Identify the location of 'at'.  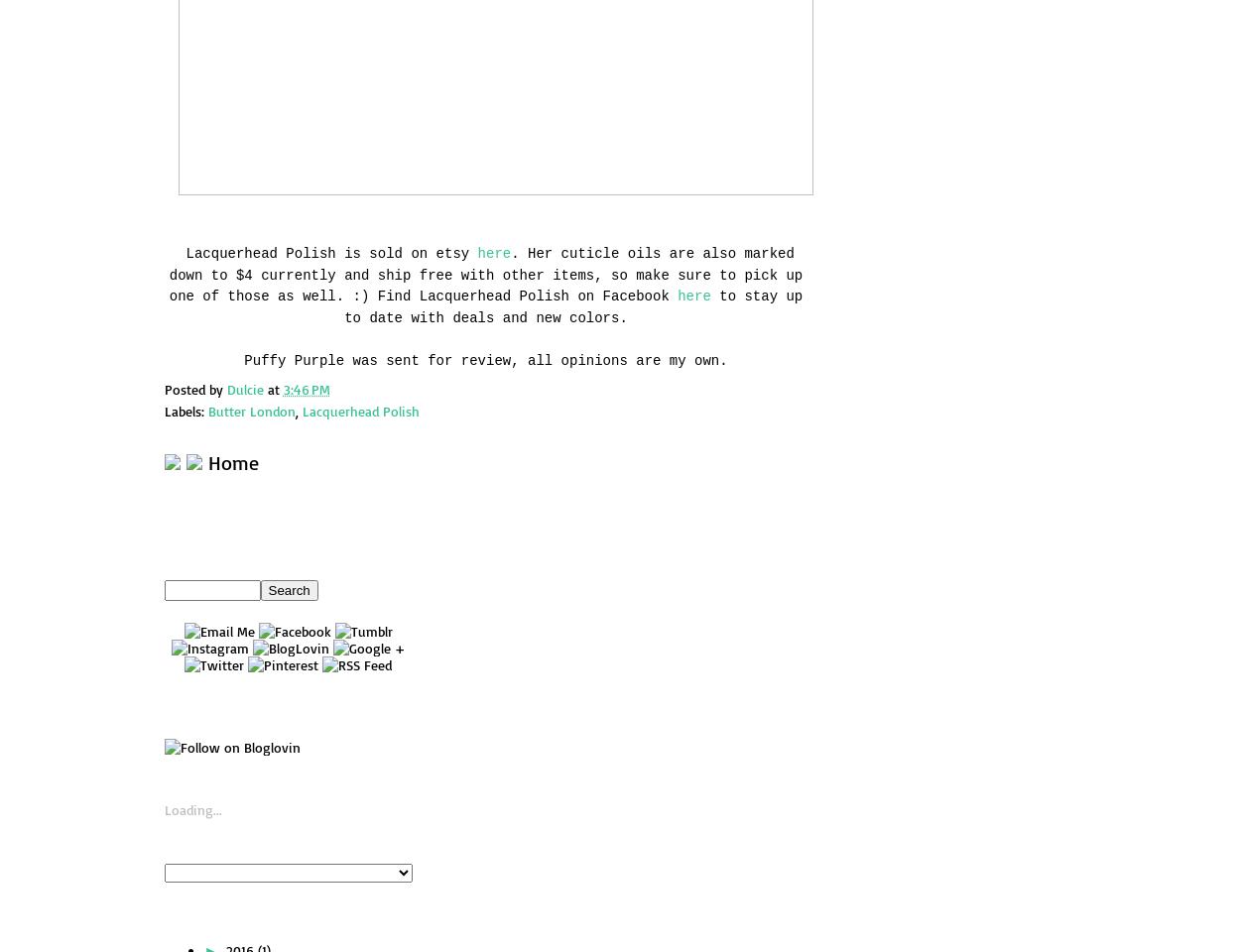
(275, 387).